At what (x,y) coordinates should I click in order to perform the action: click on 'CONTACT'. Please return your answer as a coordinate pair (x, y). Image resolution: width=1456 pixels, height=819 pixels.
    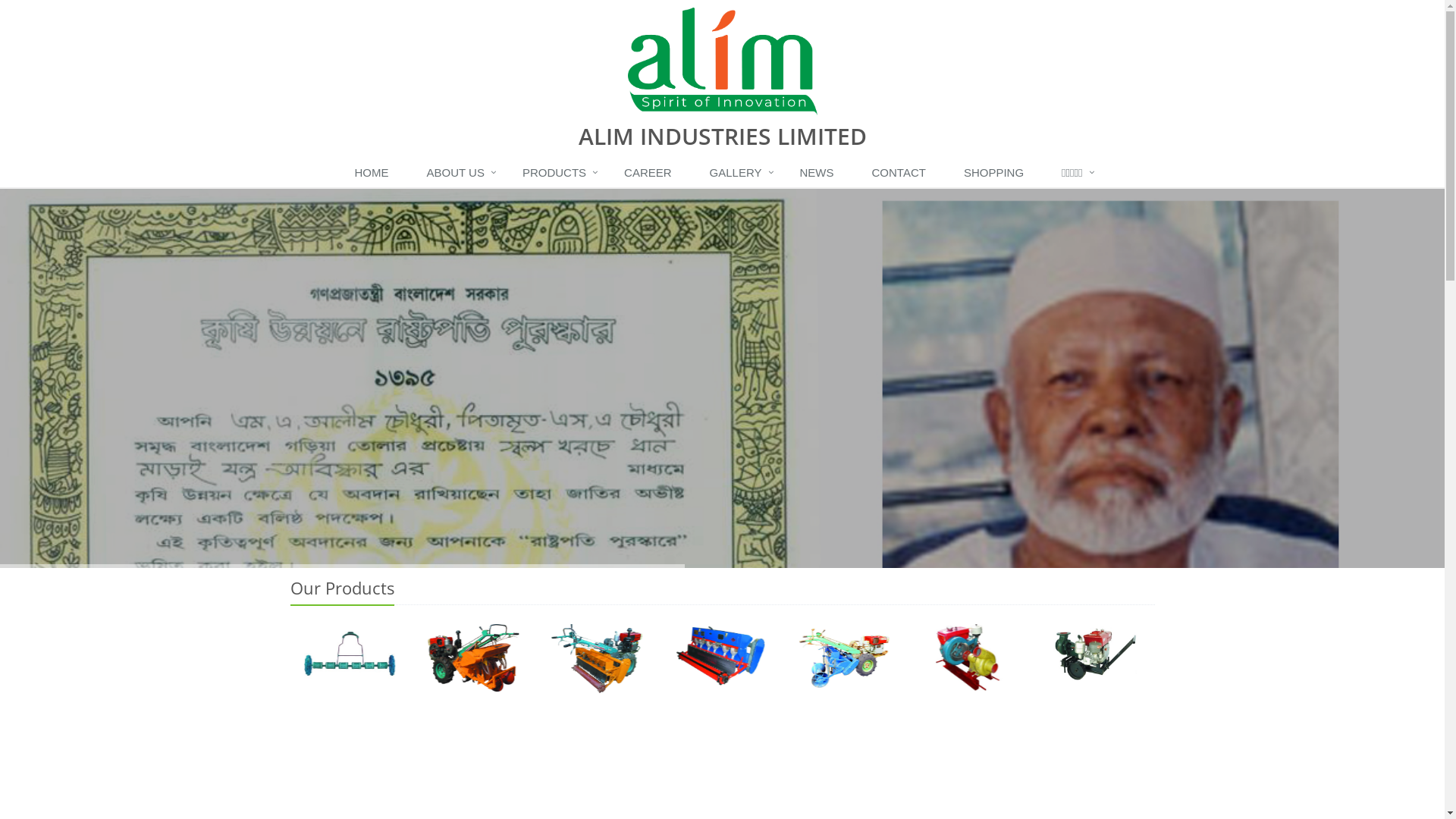
    Looking at the image, I should click on (902, 172).